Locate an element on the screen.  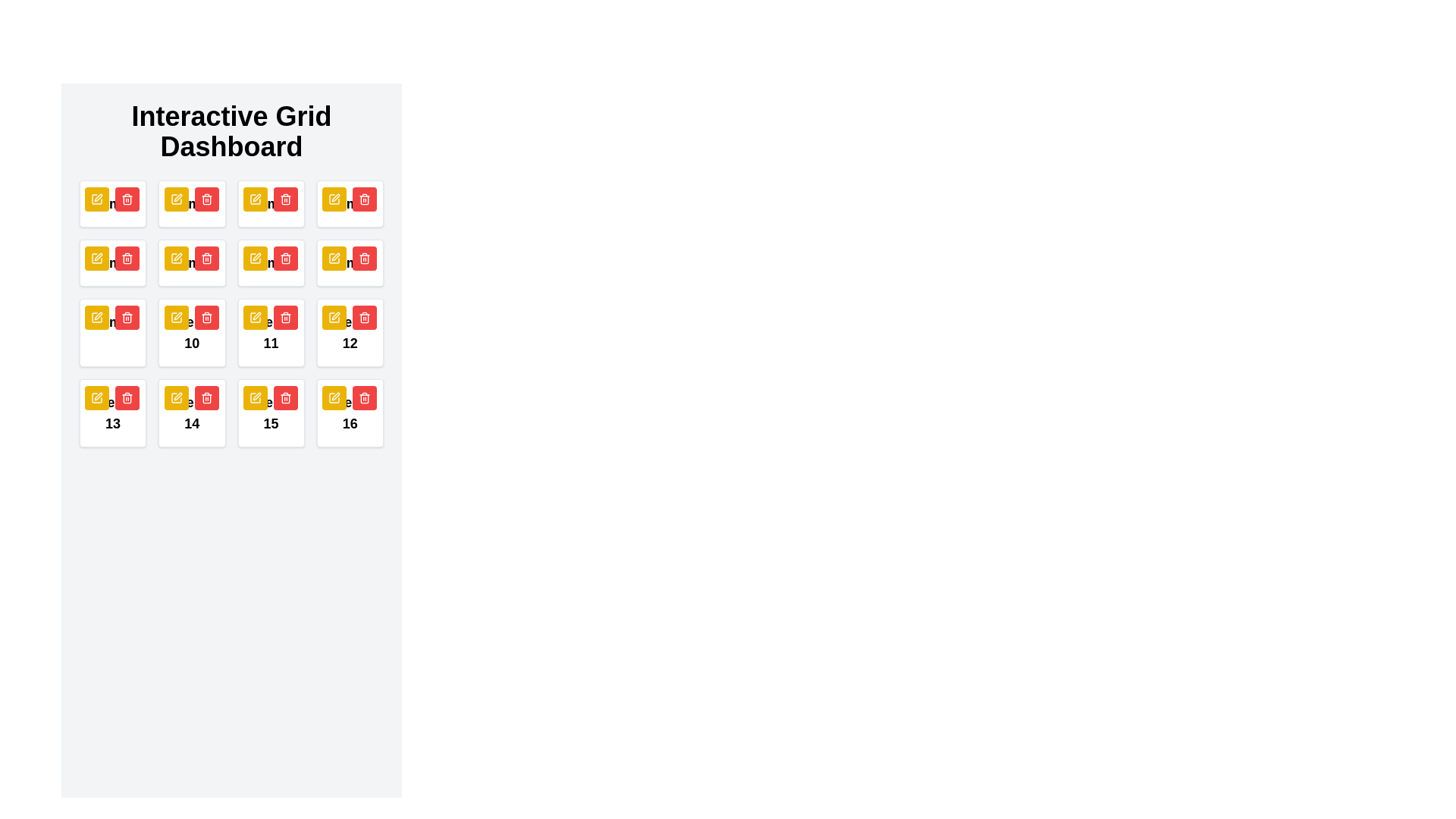
the delete button with a trash can icon located in the top-right corner of the card element, positioned in the second row, second column of the grid layout is located at coordinates (127, 257).